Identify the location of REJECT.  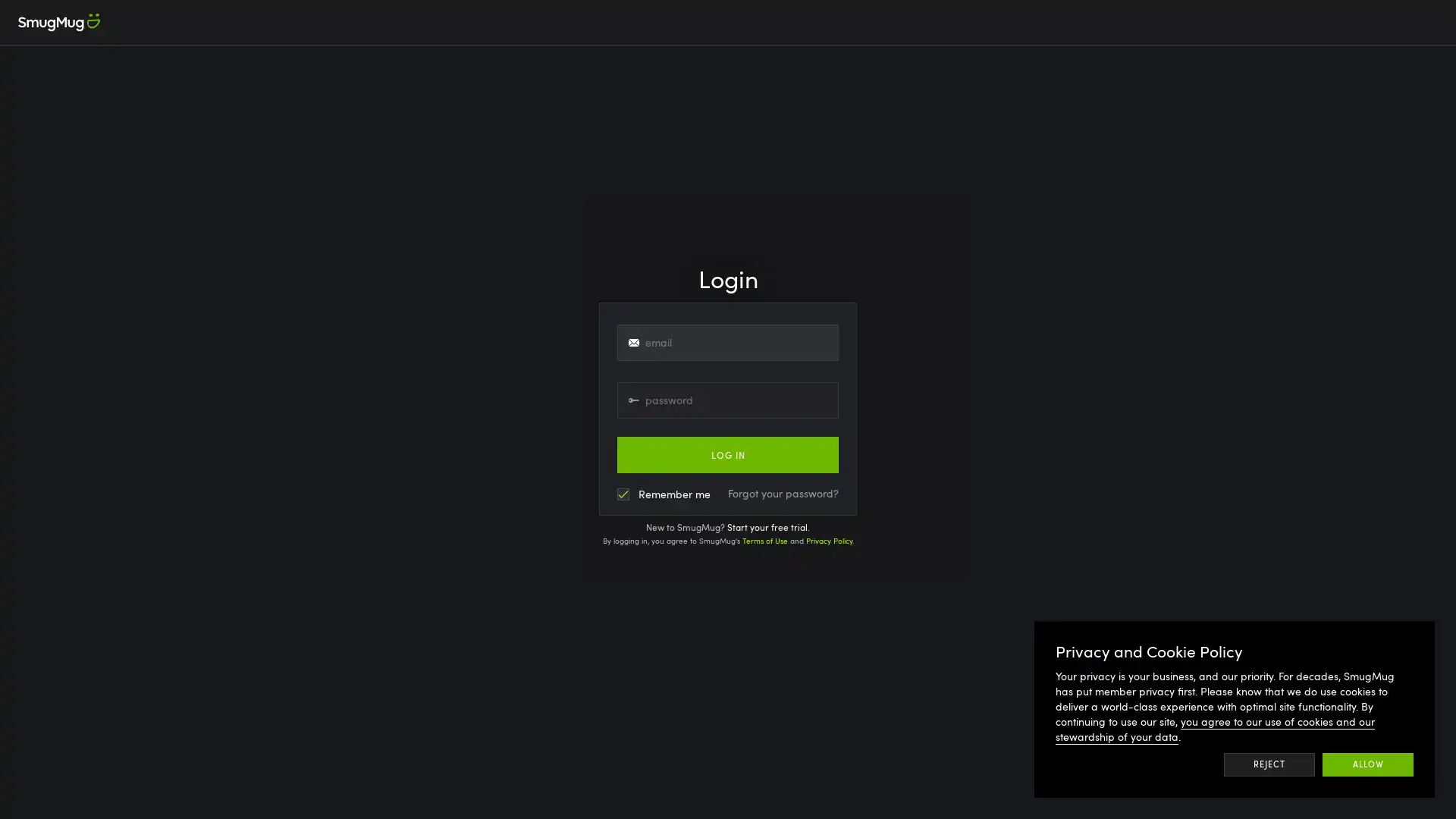
(1269, 764).